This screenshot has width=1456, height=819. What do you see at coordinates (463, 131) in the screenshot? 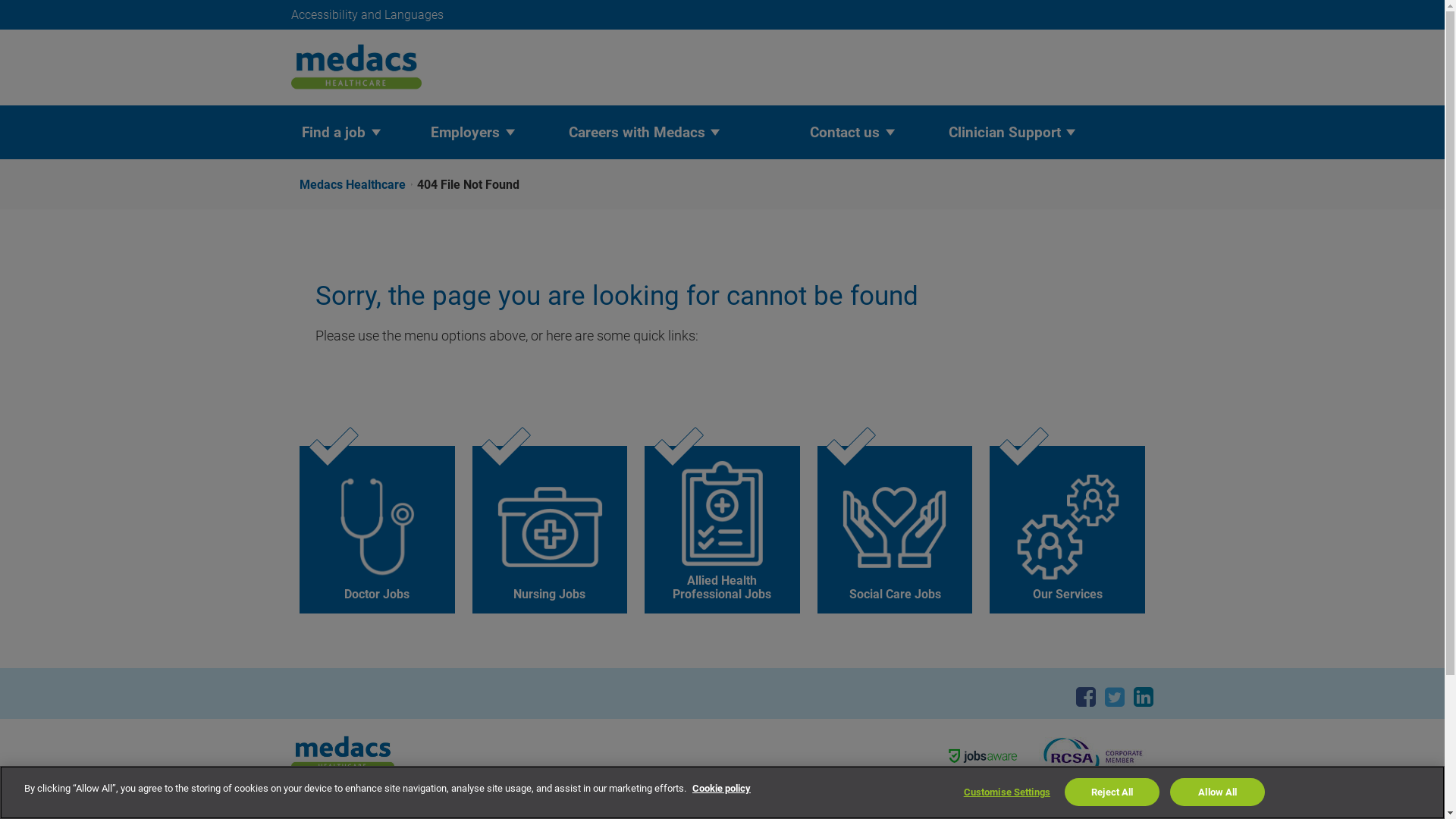
I see `'Employers'` at bounding box center [463, 131].